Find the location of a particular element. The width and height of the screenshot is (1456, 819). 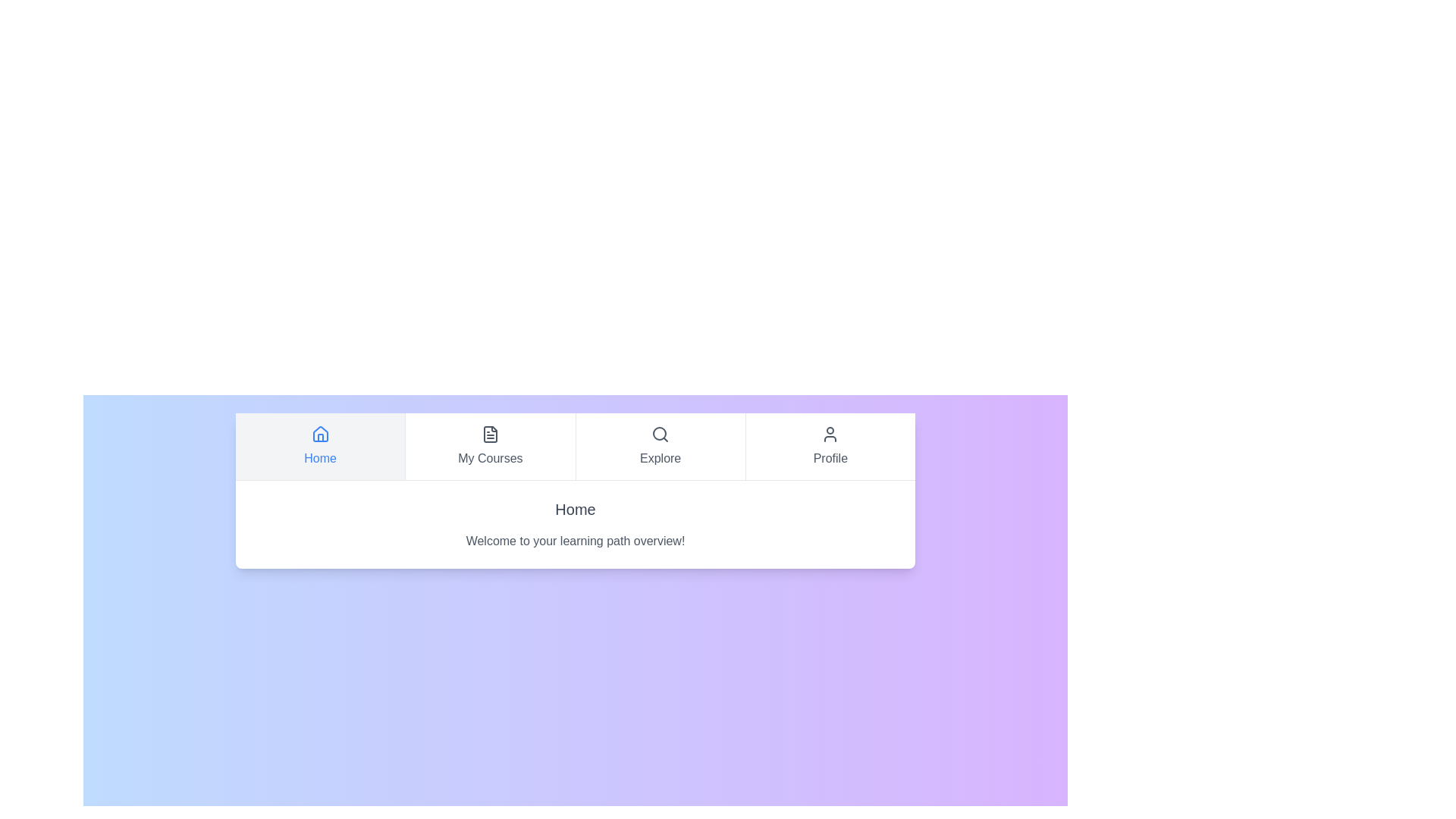

the tab labeled Home to navigate to its content is located at coordinates (319, 446).